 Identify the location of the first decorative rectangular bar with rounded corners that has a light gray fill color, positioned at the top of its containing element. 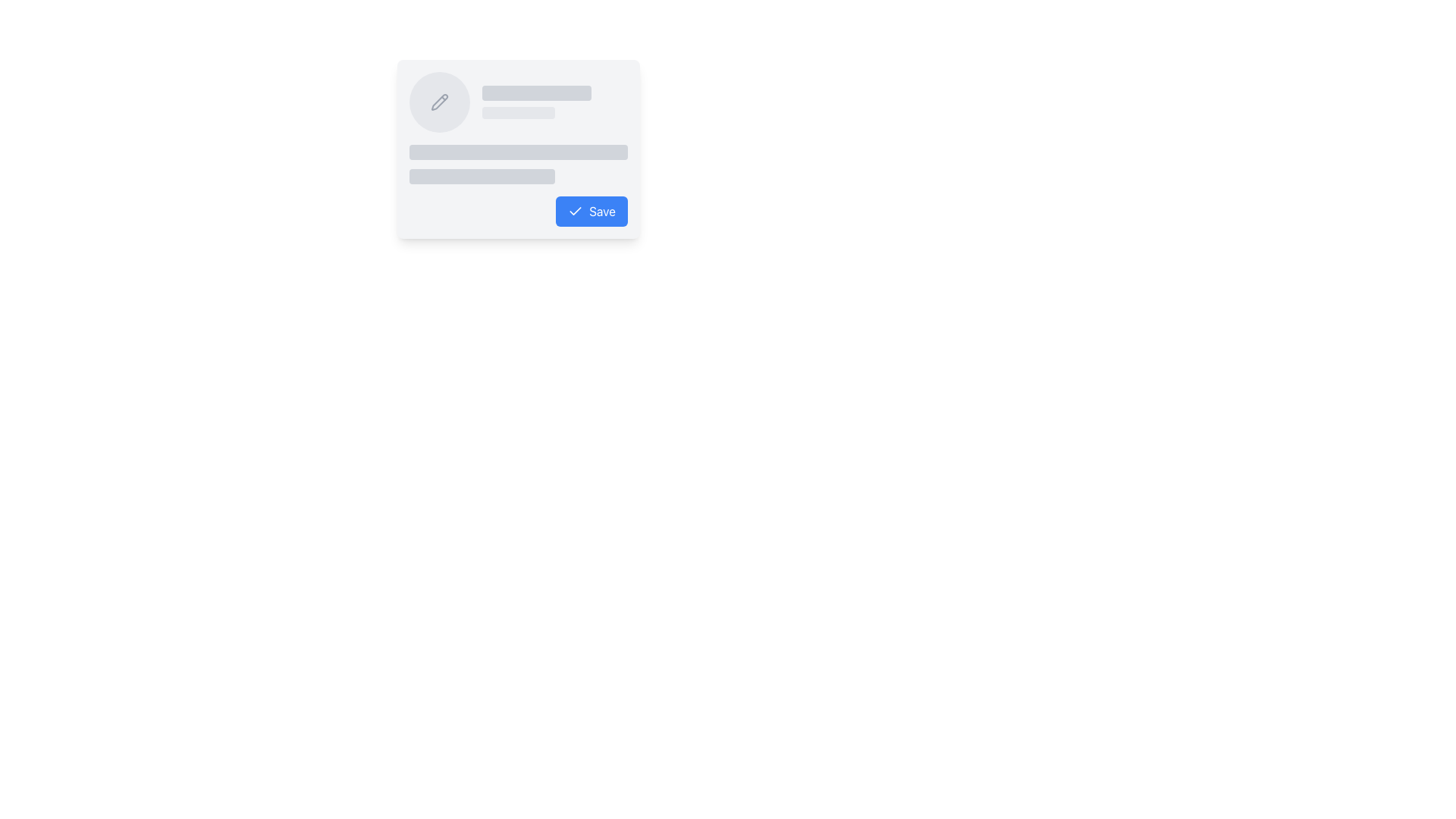
(519, 152).